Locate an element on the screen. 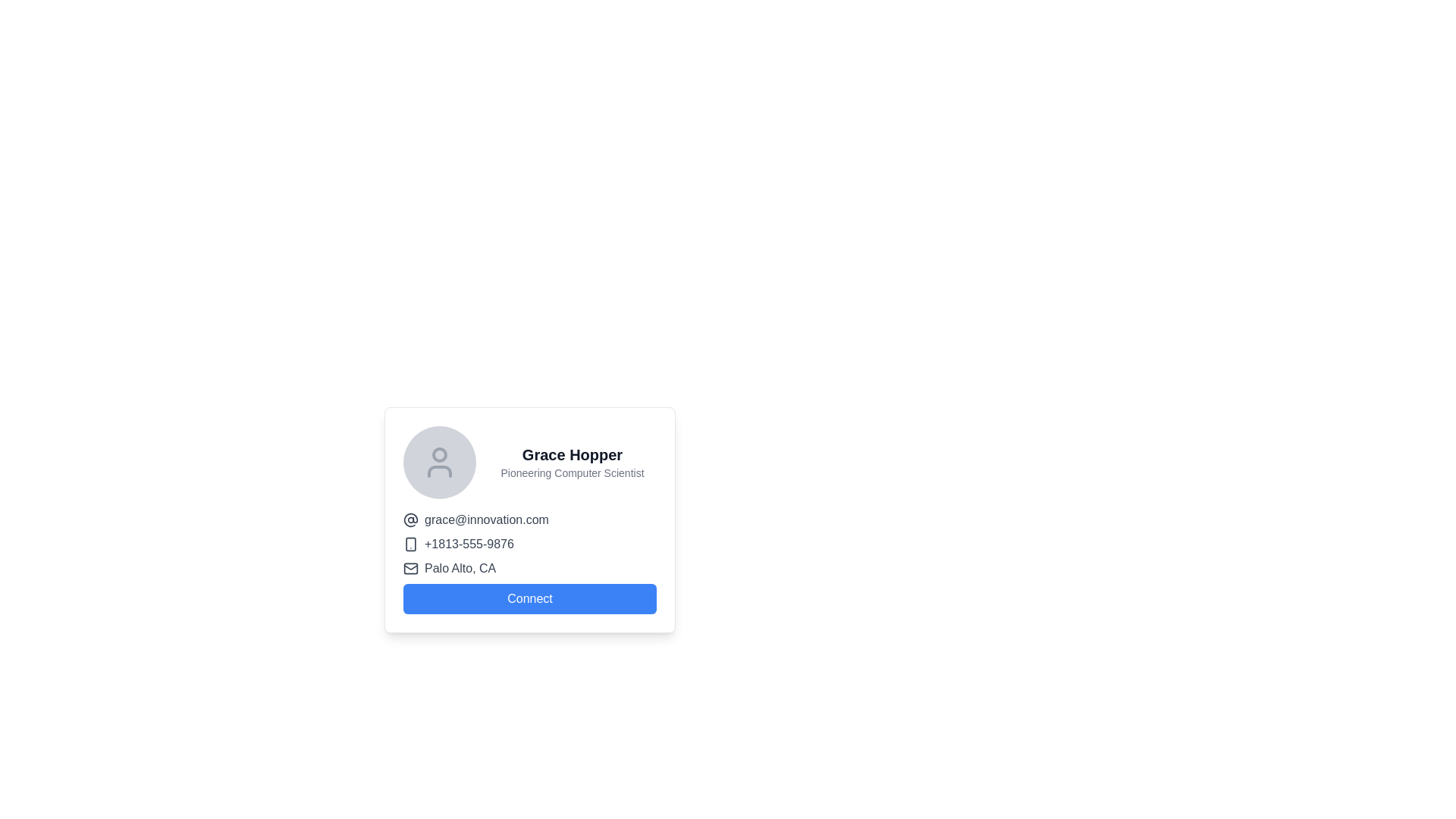 This screenshot has height=819, width=1456. the Decorative component within the smartphone icon, which is a small rectangle with rounded corners, located centrally in the icon next to a phone number is located at coordinates (411, 543).